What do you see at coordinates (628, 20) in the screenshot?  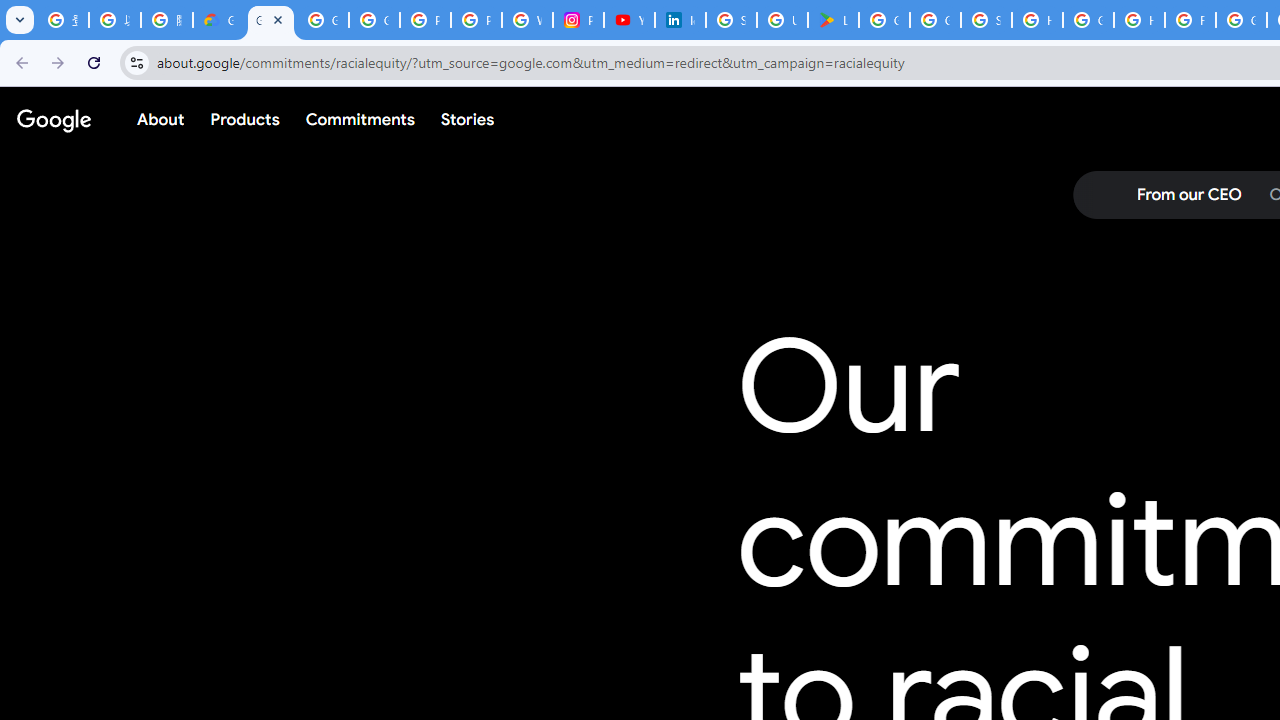 I see `'YouTube Culture & Trends - On The Rise: Handcam Videos'` at bounding box center [628, 20].